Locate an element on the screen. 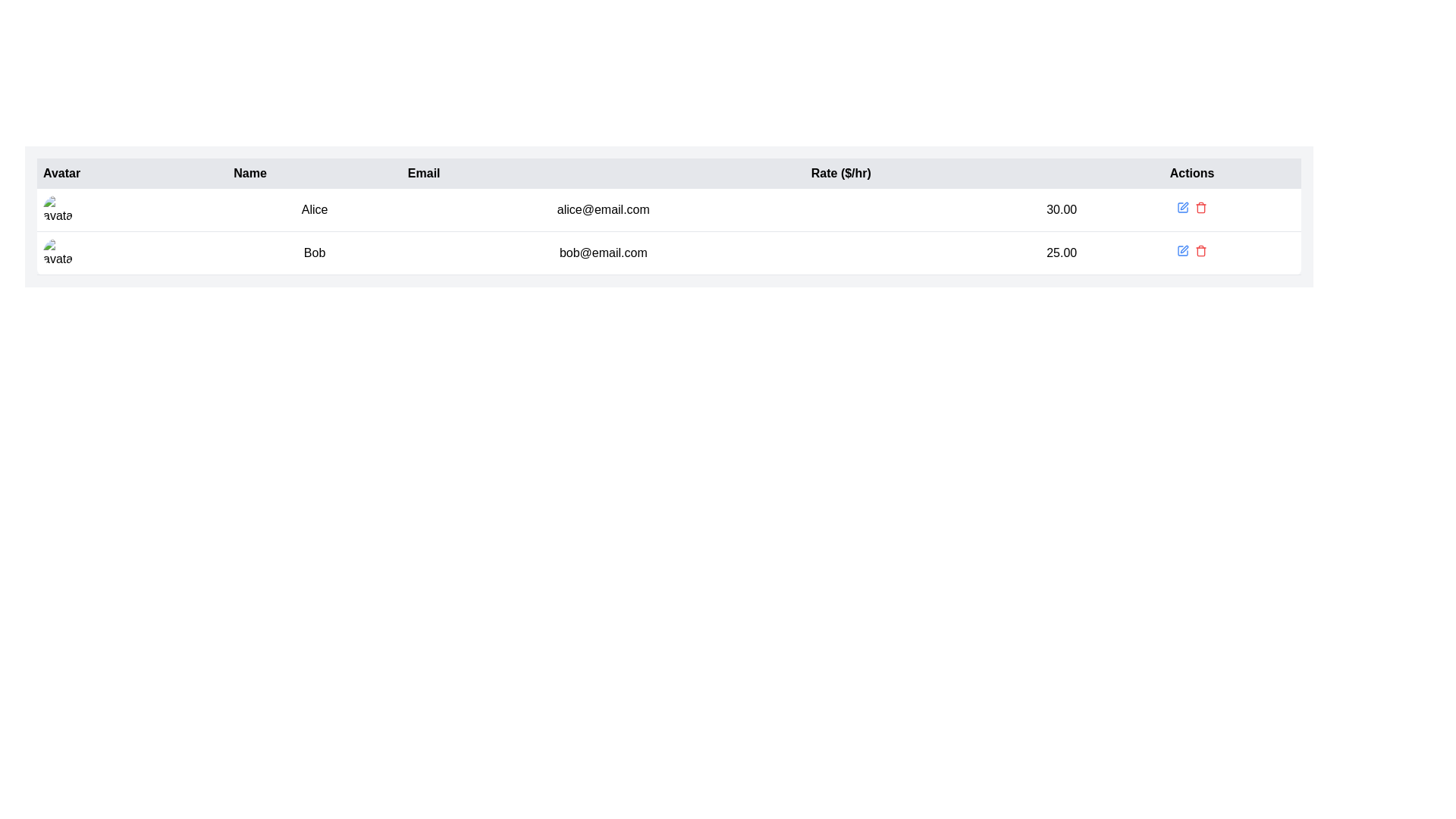 Image resolution: width=1456 pixels, height=819 pixels. the text label displaying 'bob@email.com' in the 'Email' column of the second row in the table is located at coordinates (602, 253).